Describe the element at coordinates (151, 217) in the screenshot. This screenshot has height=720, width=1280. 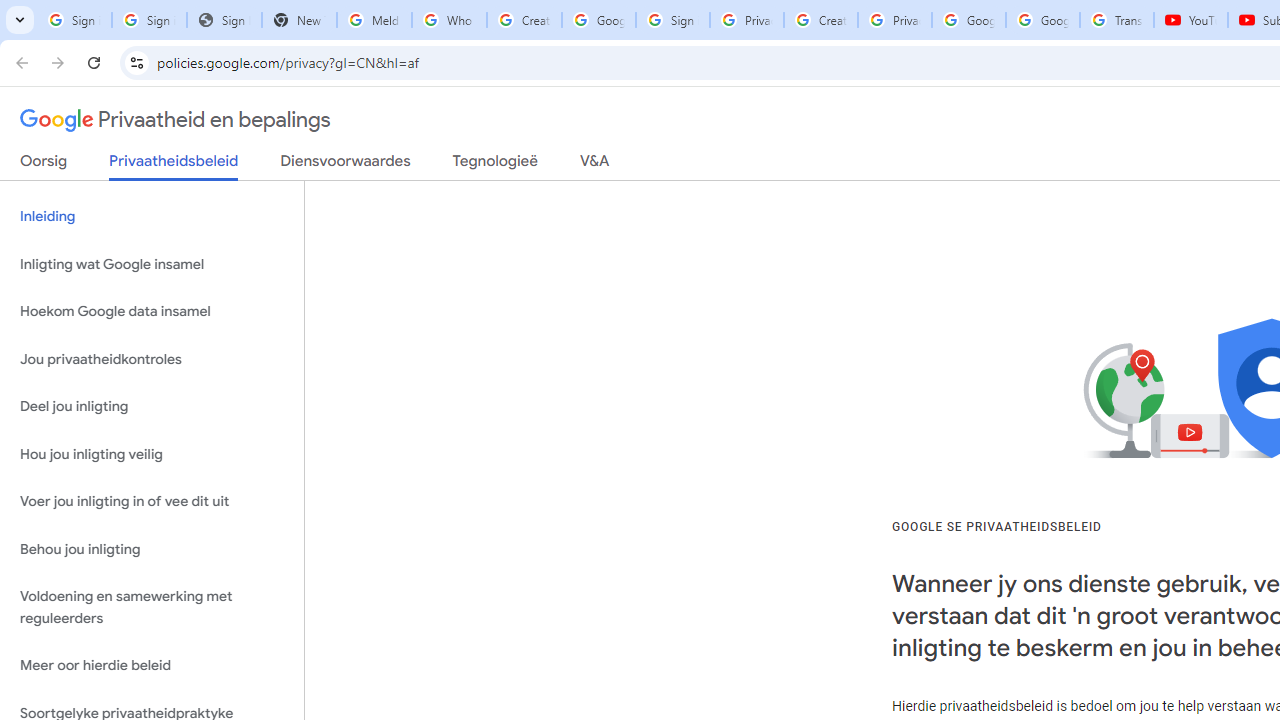
I see `'Inleiding'` at that location.